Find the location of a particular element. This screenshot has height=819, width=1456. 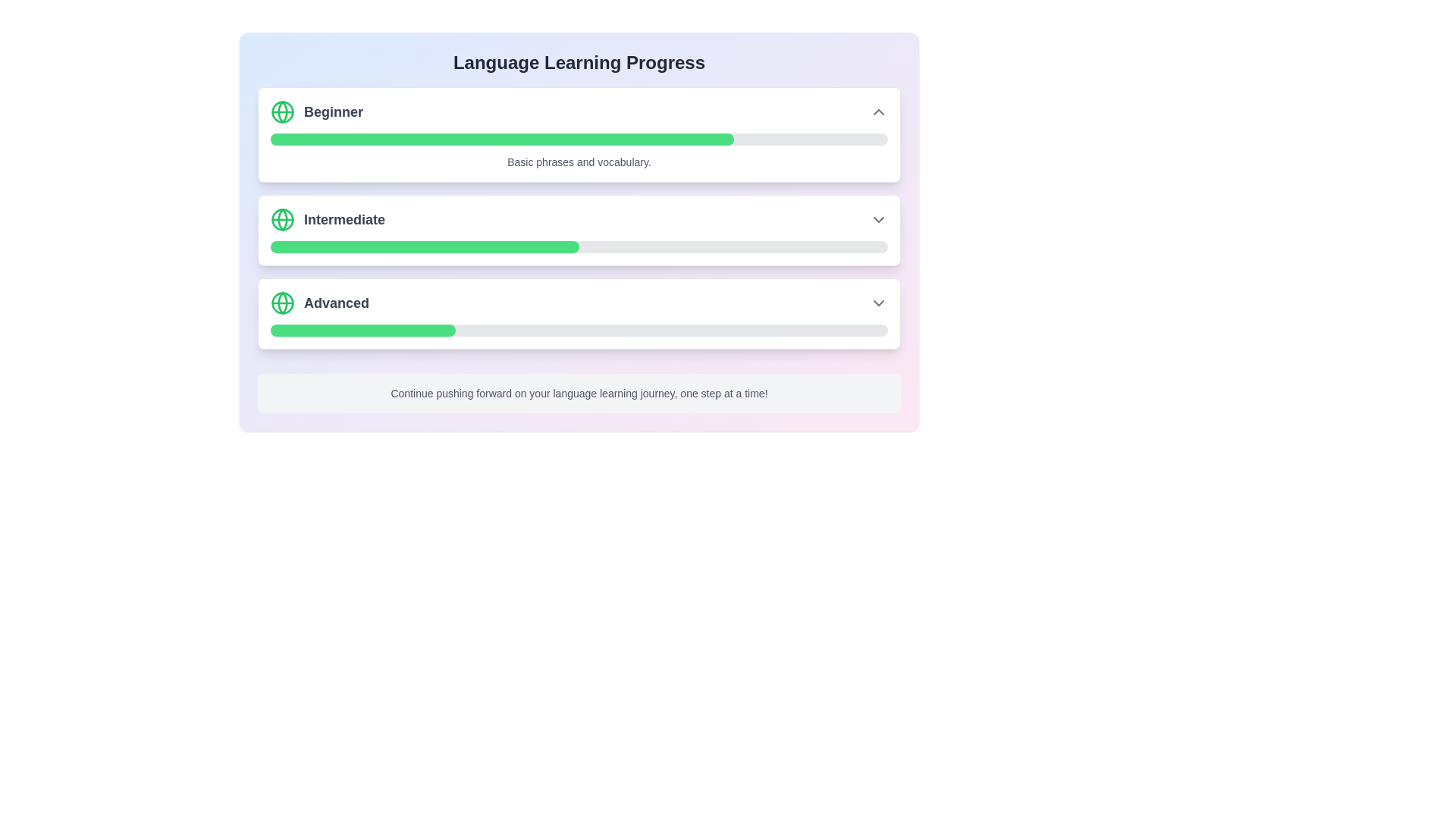

the 'Advanced' text label representing the highest level of language proficiency in the learning progression interface, located below the 'Intermediate' section is located at coordinates (319, 303).